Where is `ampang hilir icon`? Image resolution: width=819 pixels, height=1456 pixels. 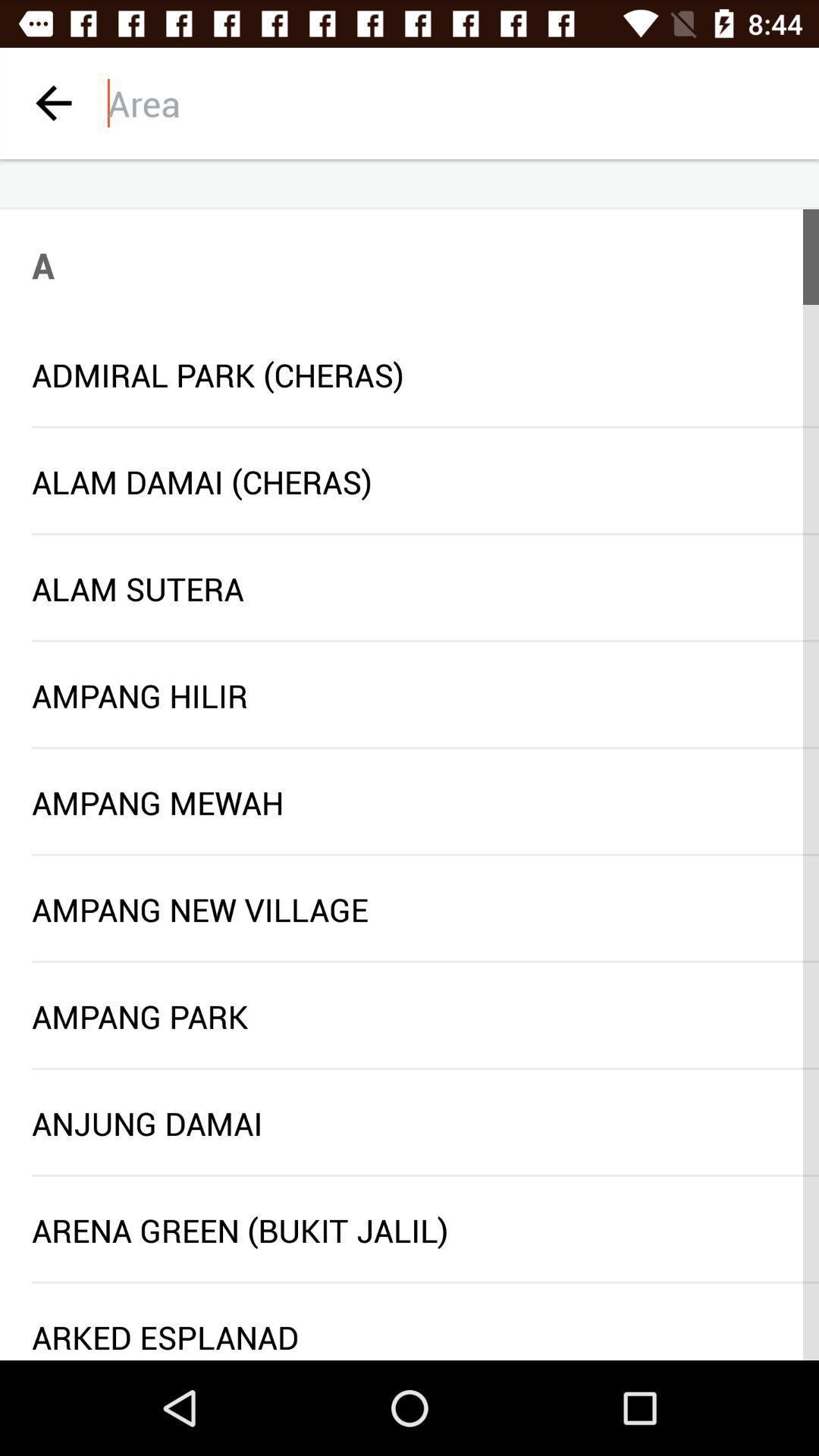
ampang hilir icon is located at coordinates (409, 695).